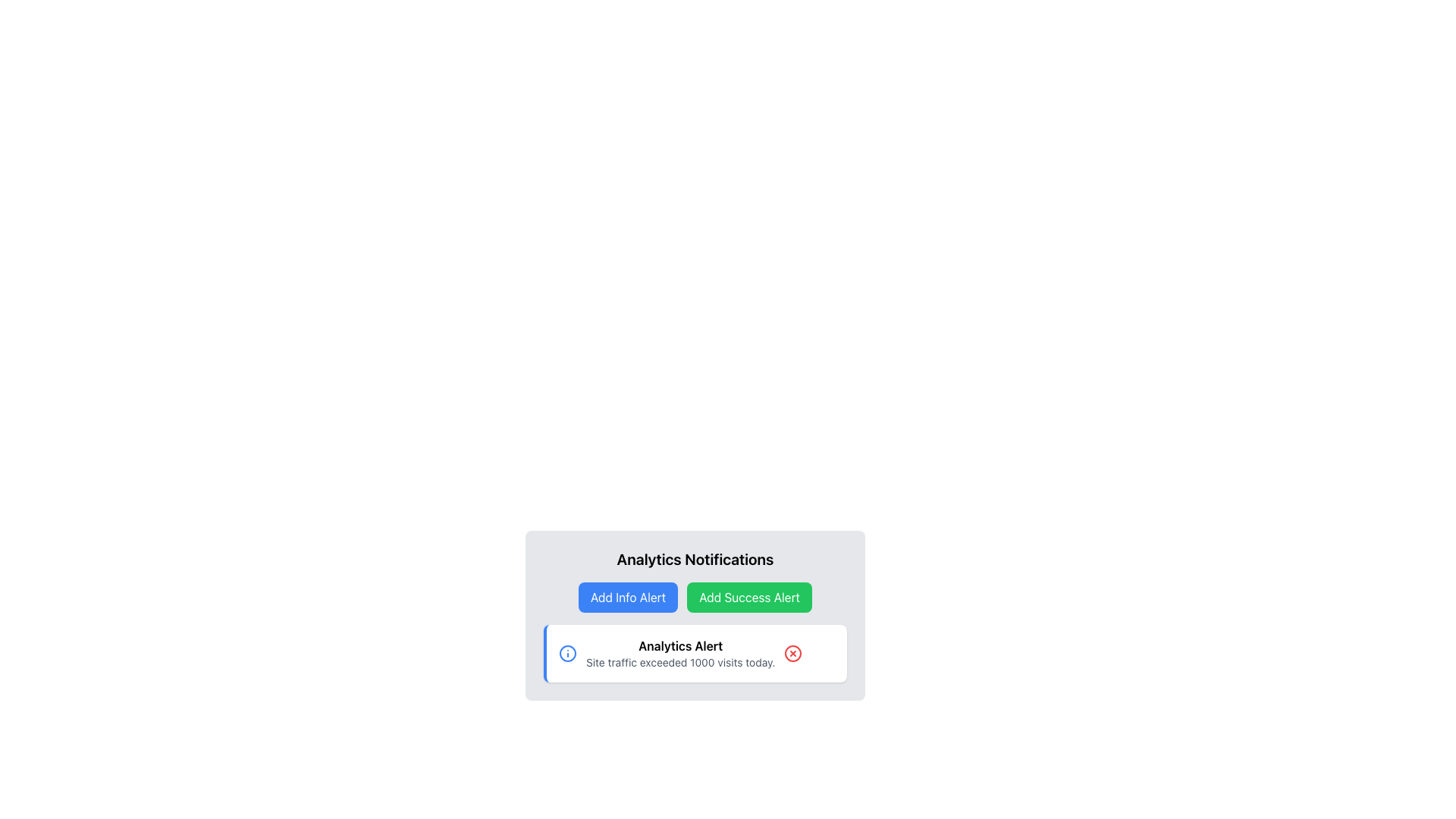 The height and width of the screenshot is (819, 1456). What do you see at coordinates (679, 652) in the screenshot?
I see `notification text displayed in the 'Analytics Notifications' card located in the lower half of the interface, below the 'Add Info Alert' and 'Add Success Alert' buttons` at bounding box center [679, 652].